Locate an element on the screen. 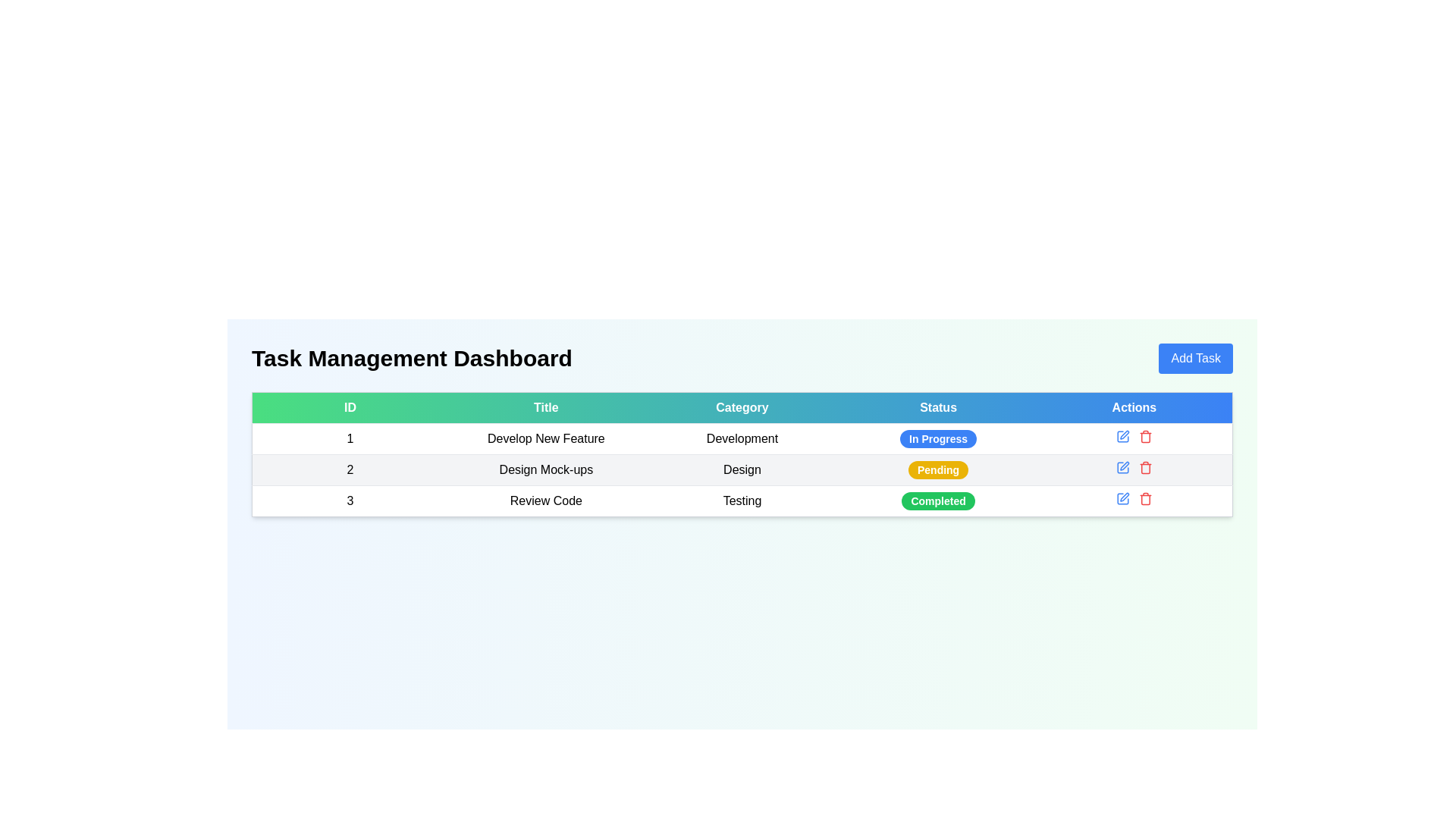  the 'Pending' status badge in the second row of the task management table associated with the task titled 'Design Mock-ups' in the 'Design' category is located at coordinates (937, 469).